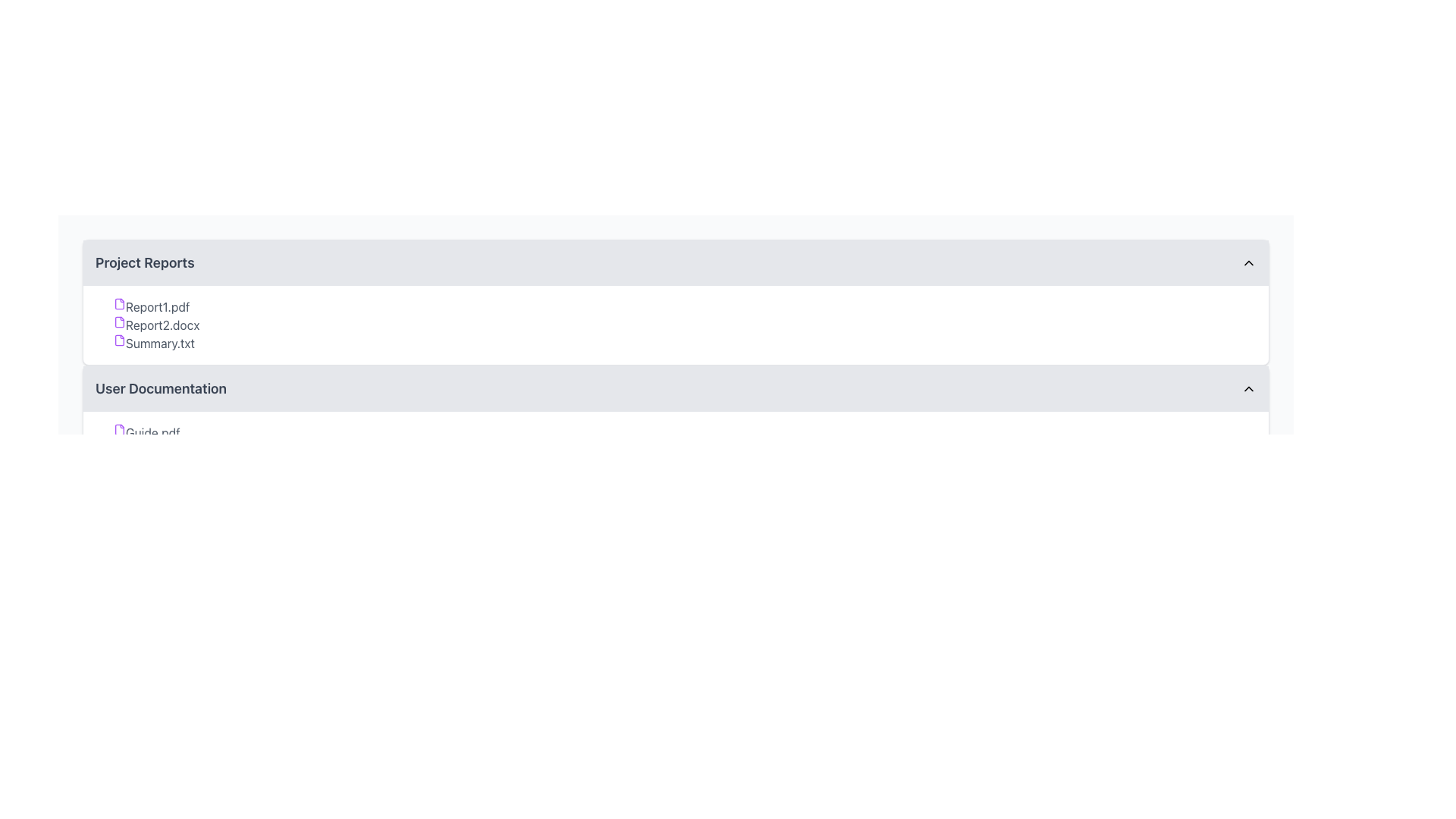  I want to click on the PDF file icon labeled 'Guide.pdf' located under the 'User Documentation' section, so click(119, 430).